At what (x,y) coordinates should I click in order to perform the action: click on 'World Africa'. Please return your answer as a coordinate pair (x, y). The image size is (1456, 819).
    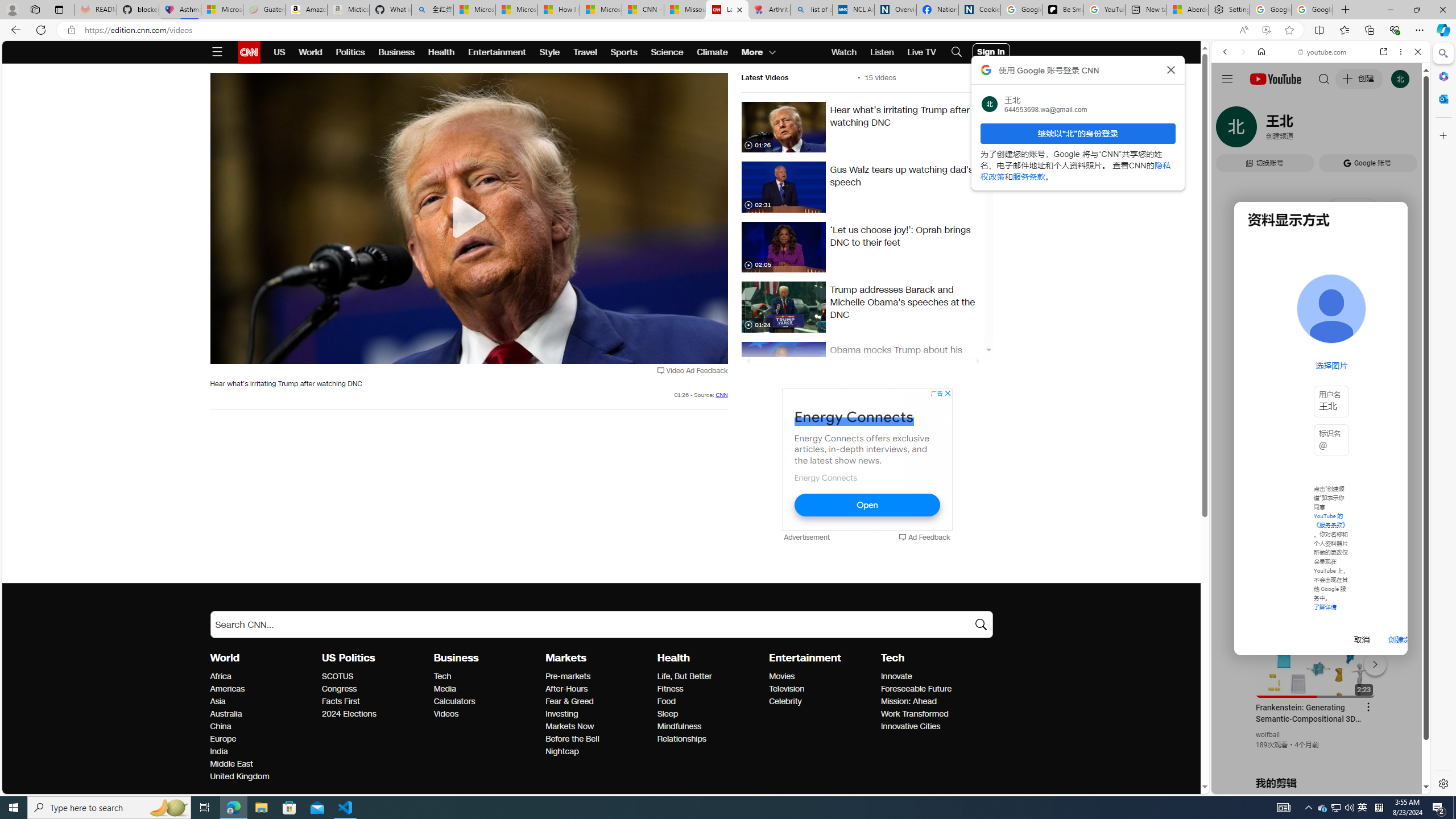
    Looking at the image, I should click on (220, 676).